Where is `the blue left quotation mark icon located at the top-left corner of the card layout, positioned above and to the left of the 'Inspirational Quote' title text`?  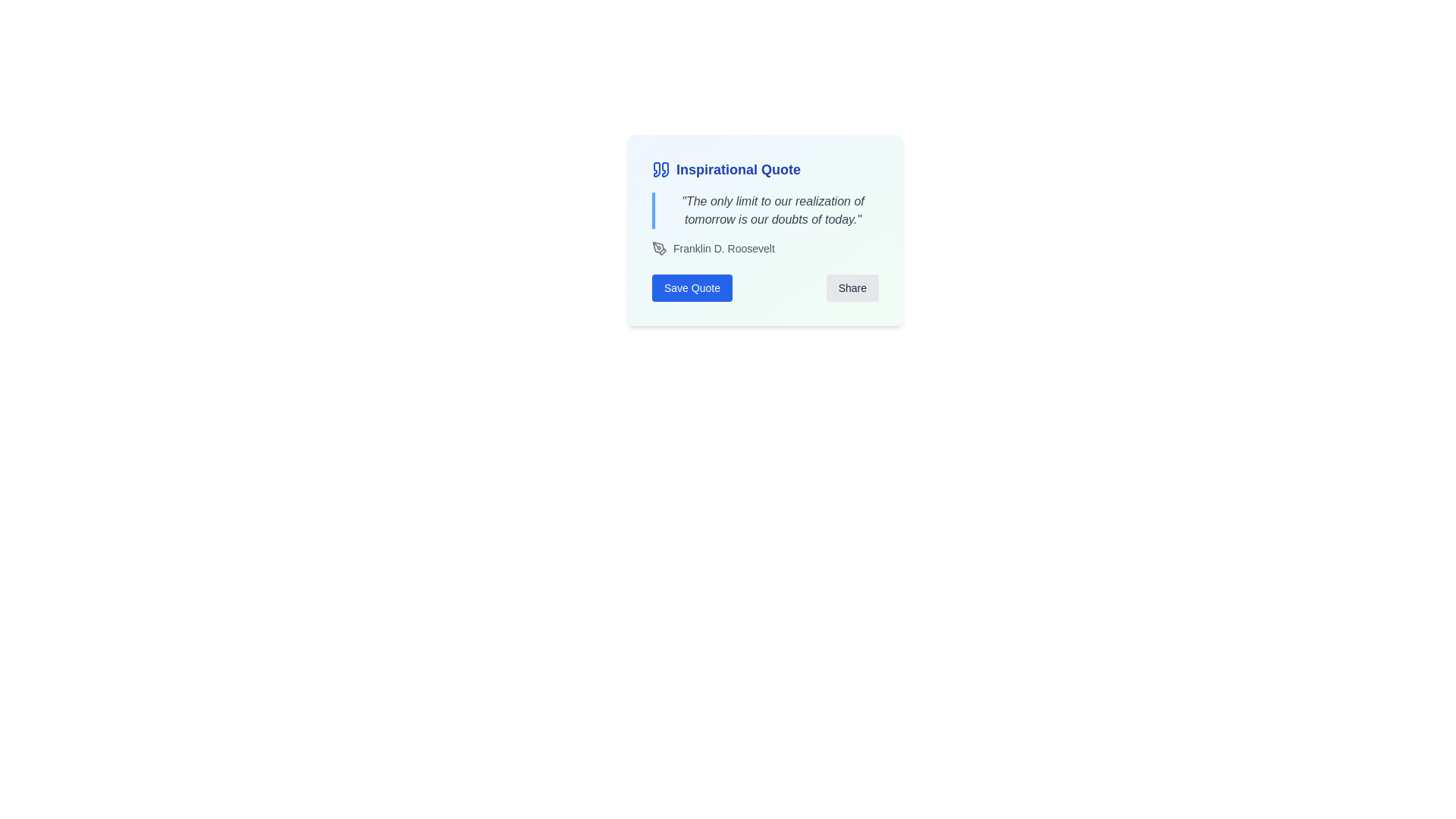
the blue left quotation mark icon located at the top-left corner of the card layout, positioned above and to the left of the 'Inspirational Quote' title text is located at coordinates (657, 169).